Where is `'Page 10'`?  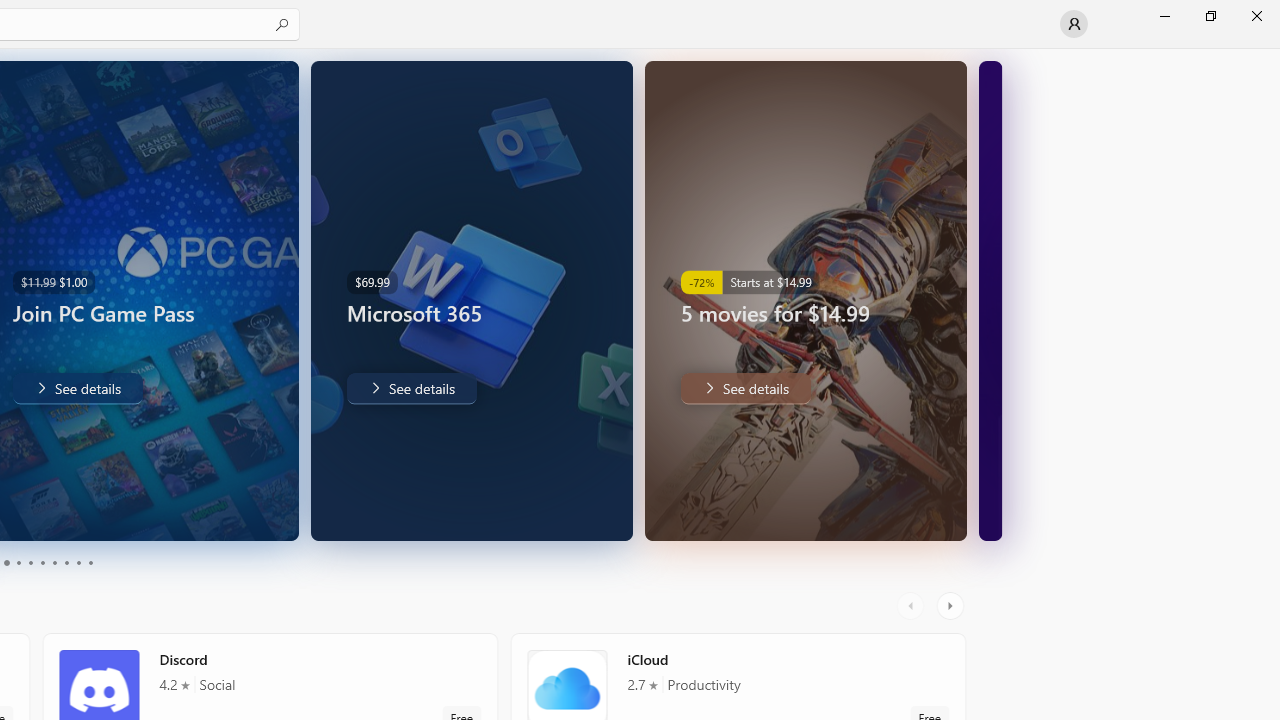 'Page 10' is located at coordinates (89, 563).